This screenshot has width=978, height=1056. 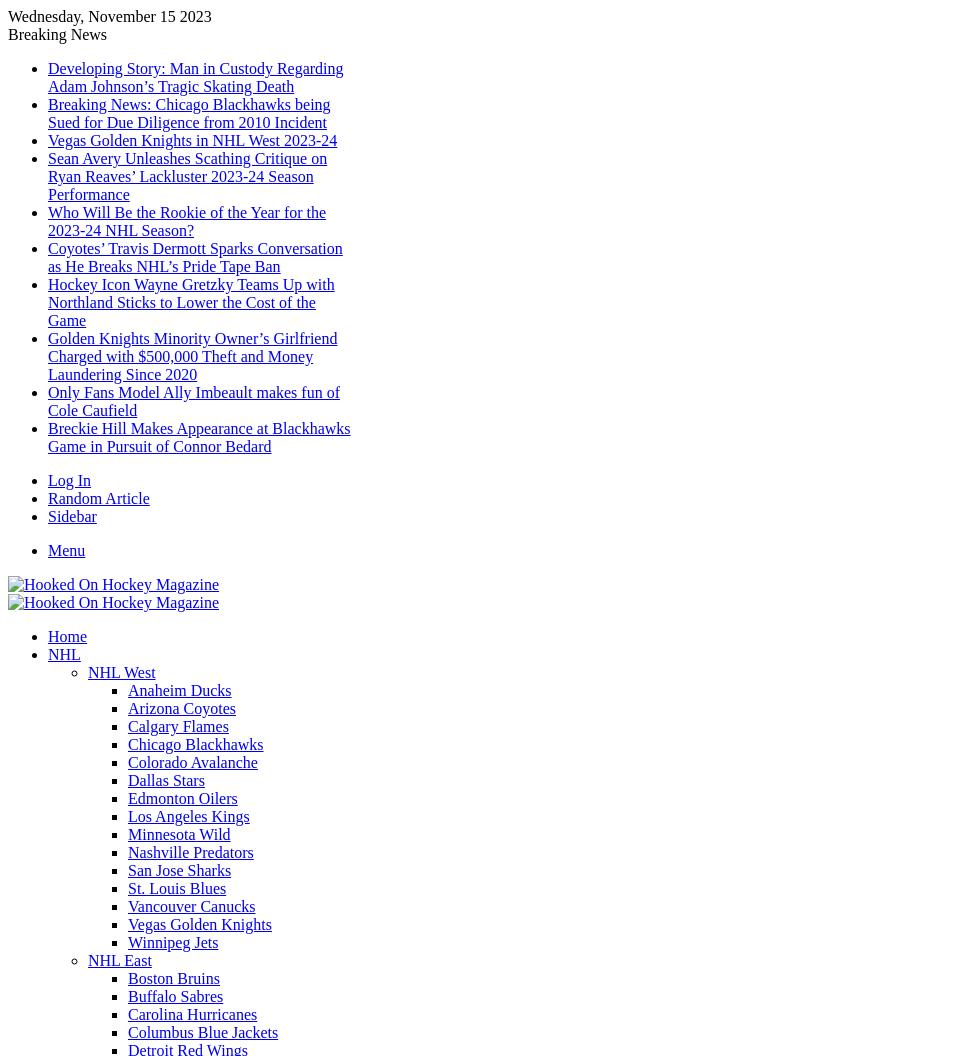 I want to click on 'Colorado Avalanche', so click(x=128, y=761).